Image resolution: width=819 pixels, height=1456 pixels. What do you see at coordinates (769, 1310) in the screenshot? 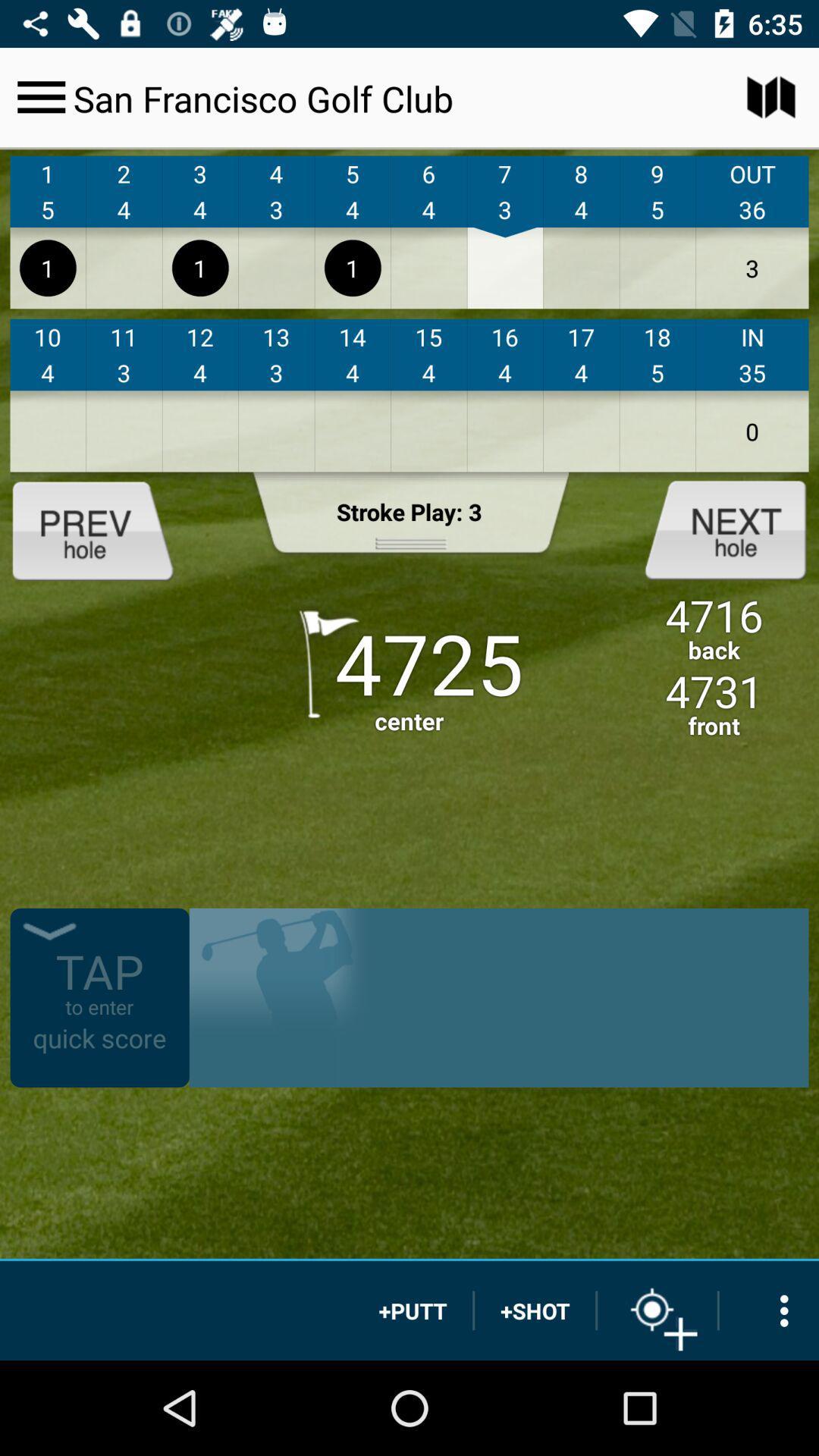
I see `settings` at bounding box center [769, 1310].